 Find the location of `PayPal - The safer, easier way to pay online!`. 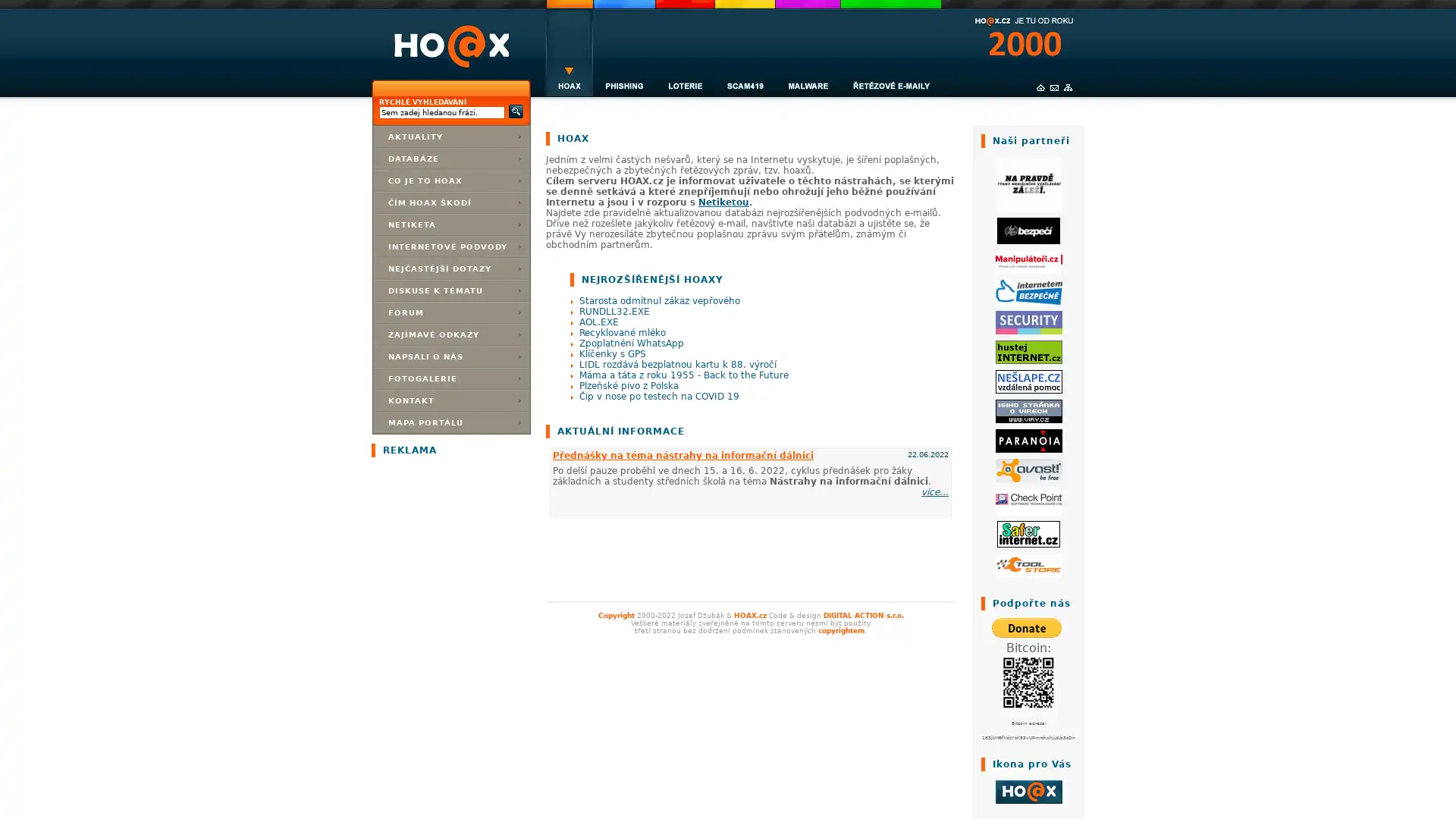

PayPal - The safer, easier way to pay online! is located at coordinates (1026, 628).